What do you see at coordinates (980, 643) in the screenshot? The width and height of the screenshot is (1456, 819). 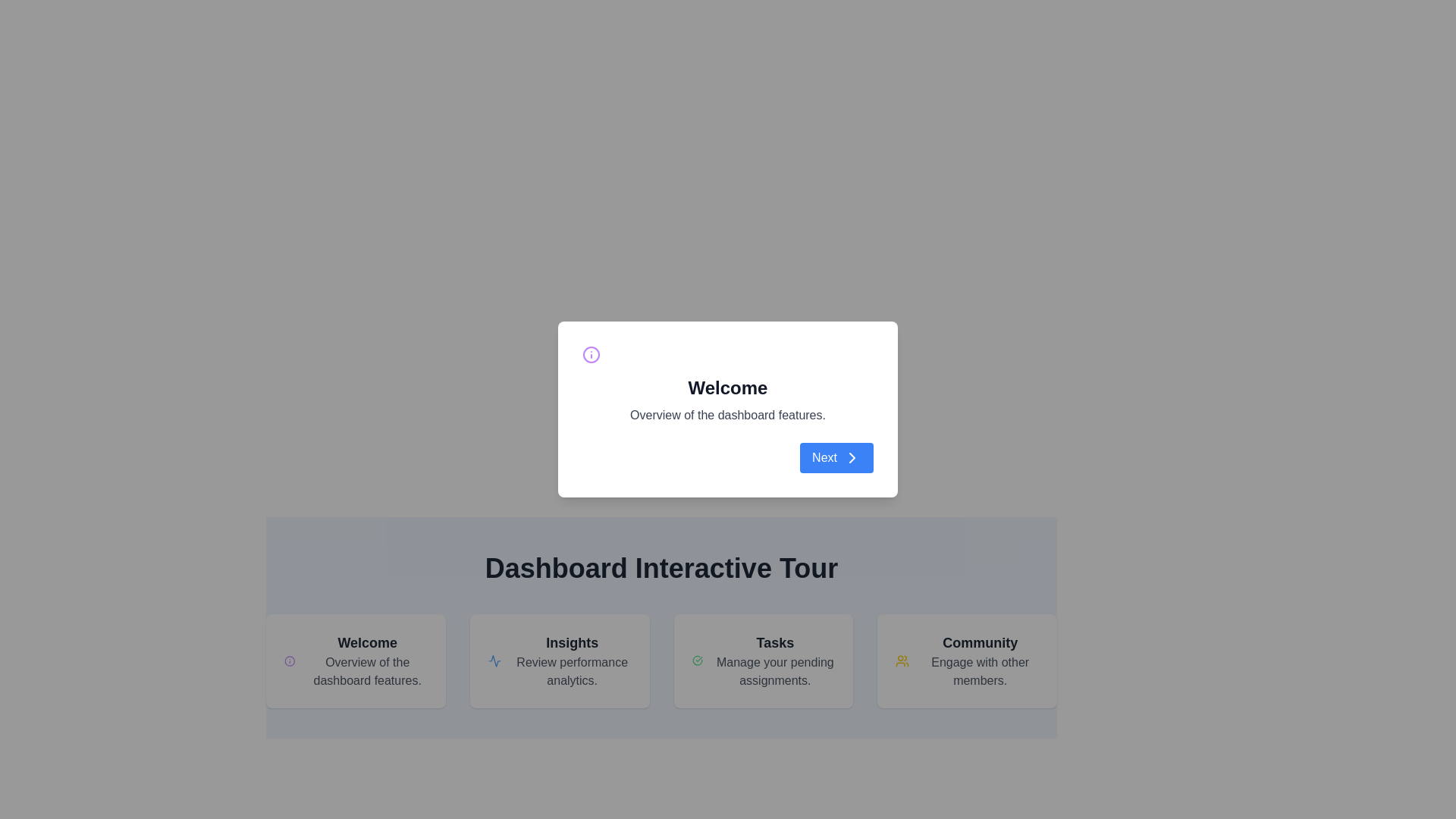 I see `the text label displaying 'Community', which is styled in bold with a larger font size and dark gray color, located on the far right side of the Dashboard Interactive Tour cards` at bounding box center [980, 643].